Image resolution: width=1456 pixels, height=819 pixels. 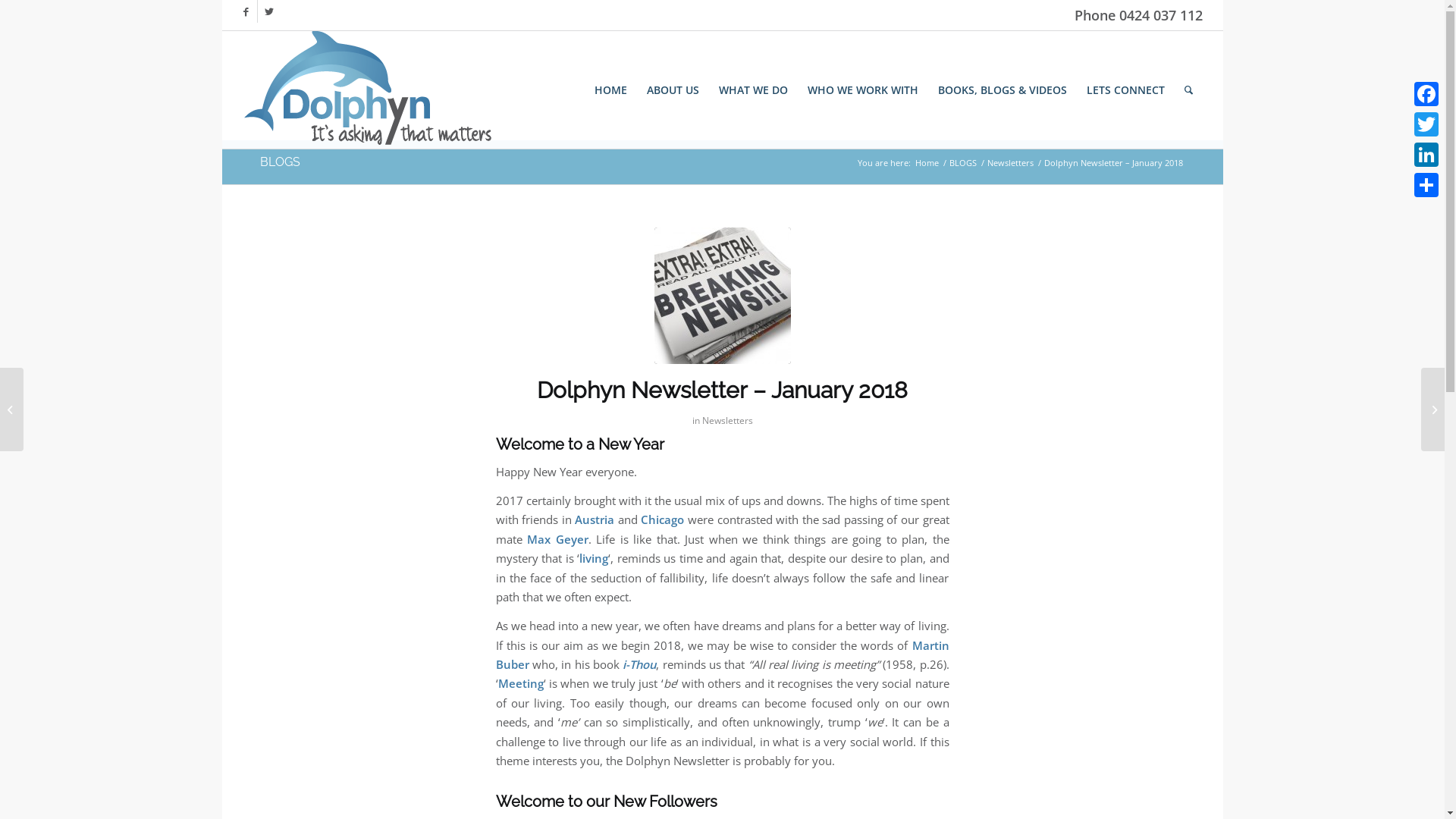 I want to click on 'WHO WE WORK WITH', so click(x=862, y=89).